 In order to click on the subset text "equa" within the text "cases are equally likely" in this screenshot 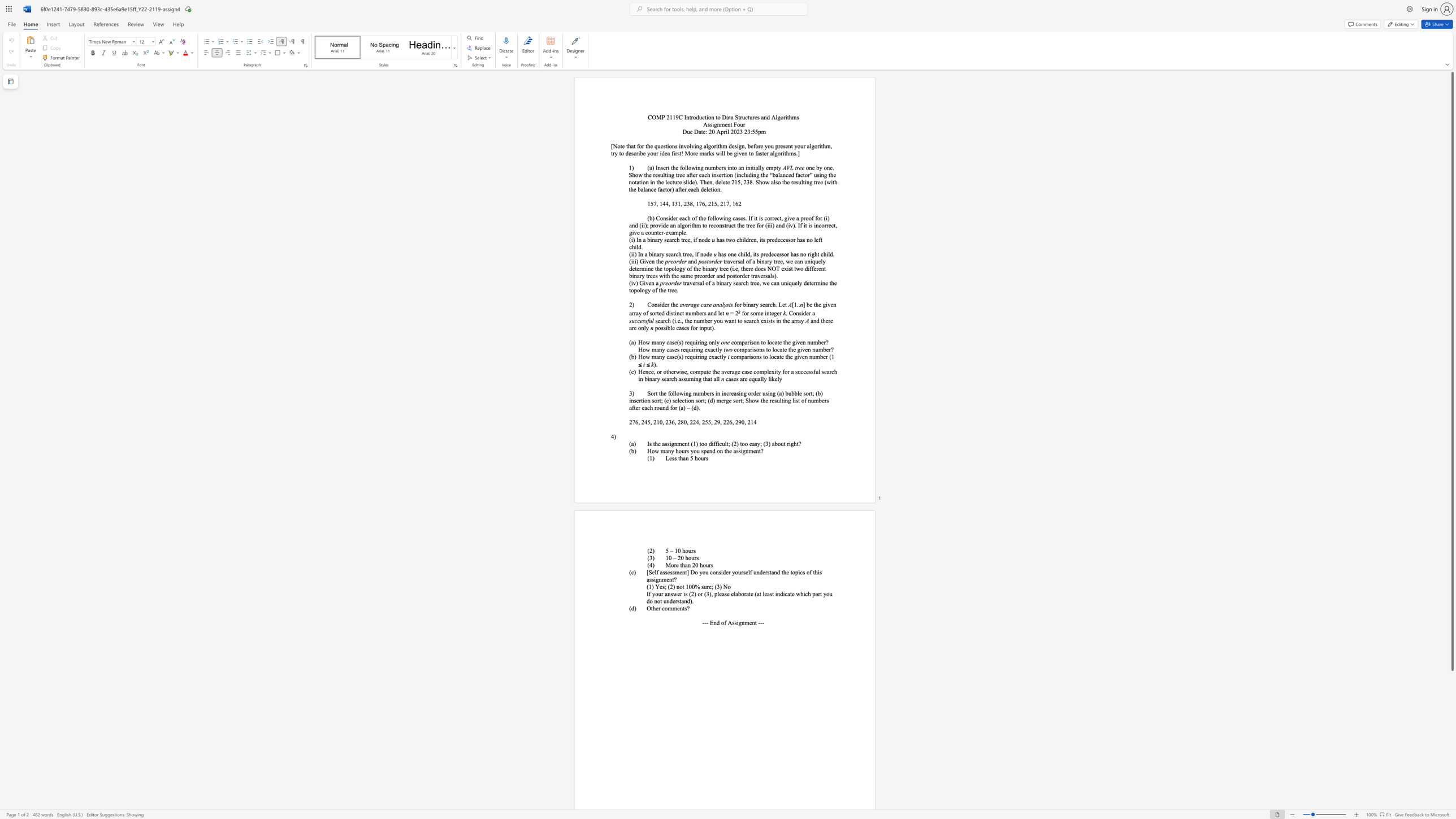, I will do `click(748, 379)`.